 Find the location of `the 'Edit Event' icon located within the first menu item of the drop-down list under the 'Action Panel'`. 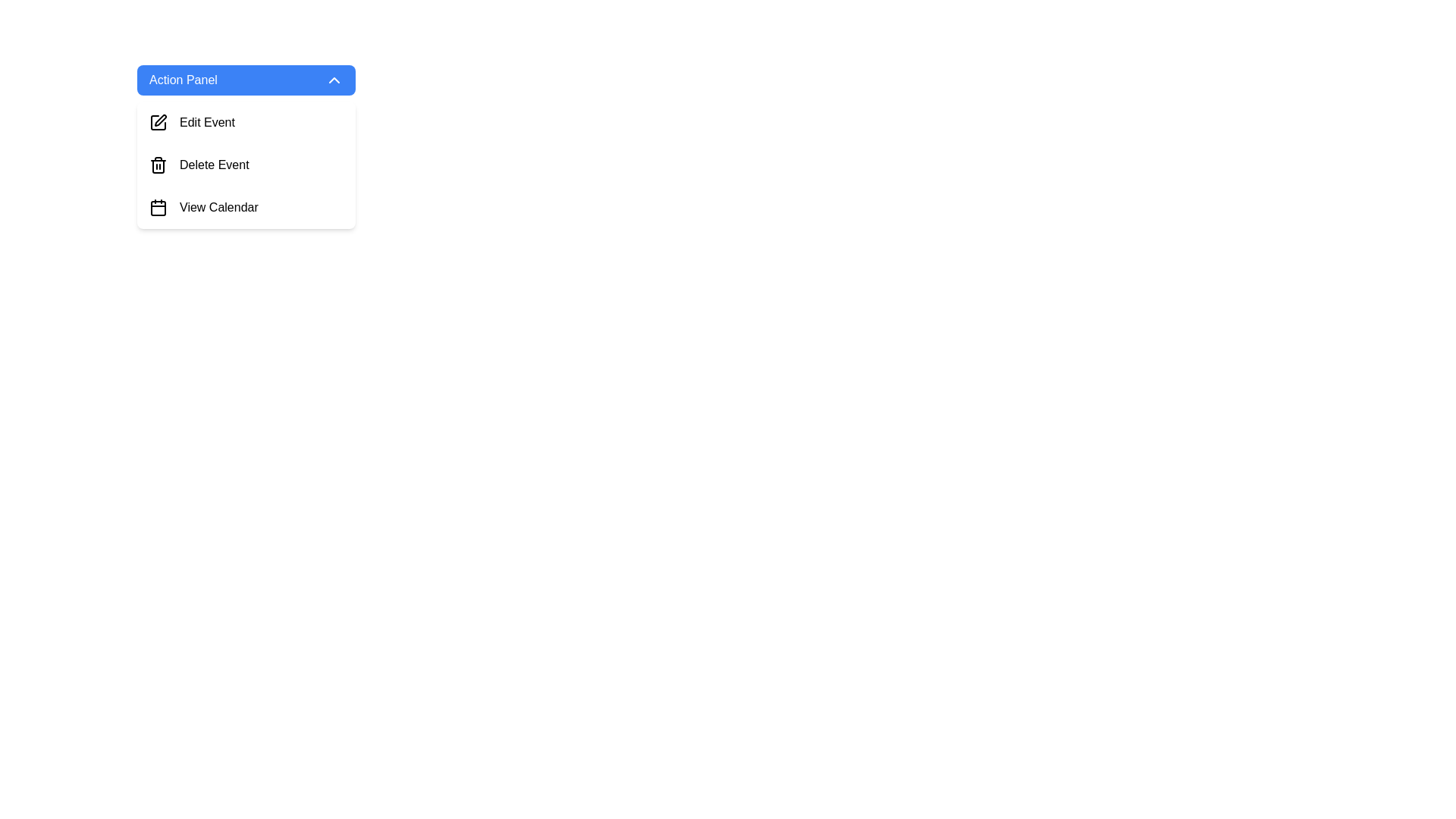

the 'Edit Event' icon located within the first menu item of the drop-down list under the 'Action Panel' is located at coordinates (158, 122).